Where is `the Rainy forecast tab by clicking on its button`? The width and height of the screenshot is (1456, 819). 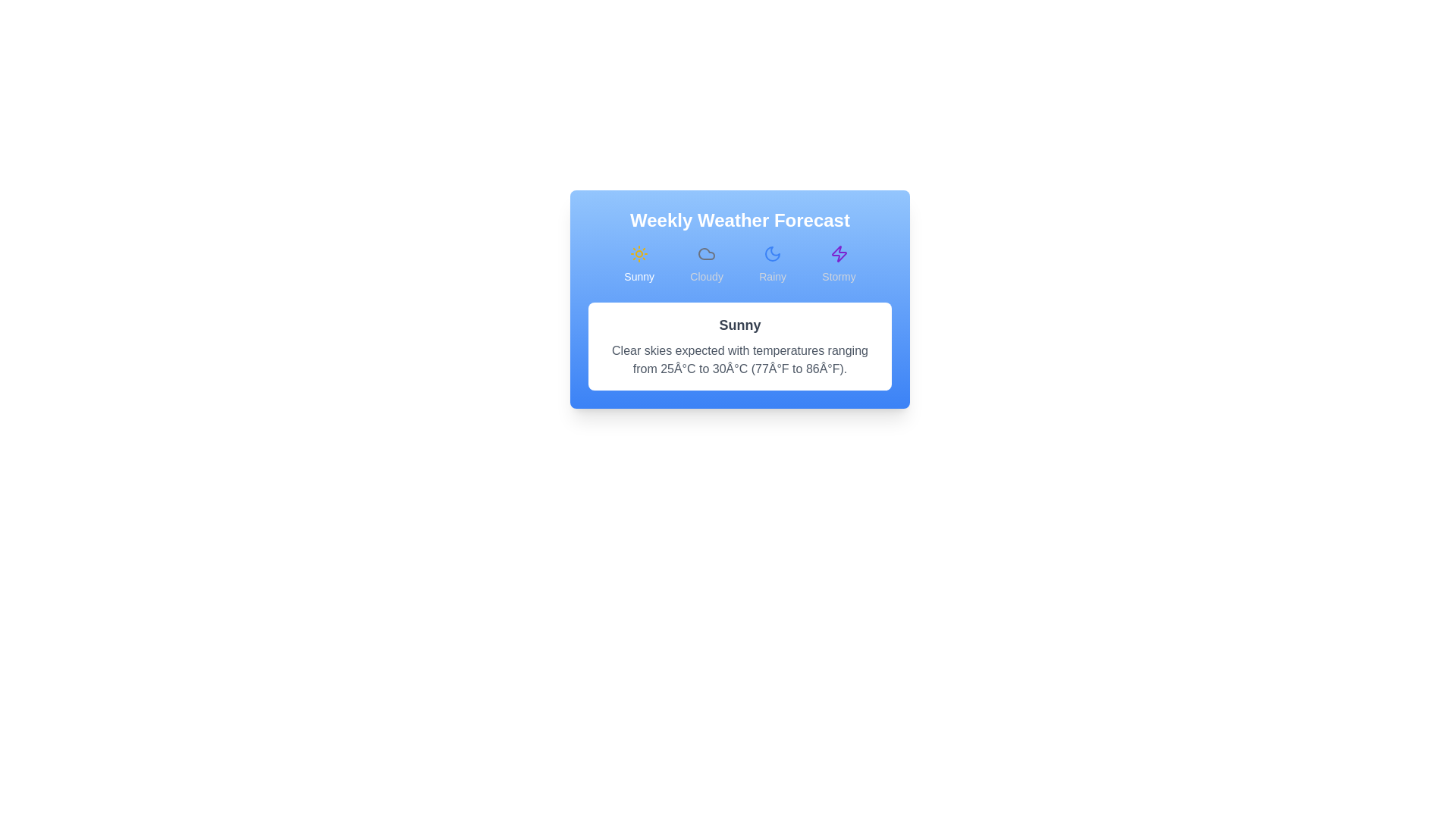 the Rainy forecast tab by clicking on its button is located at coordinates (773, 263).